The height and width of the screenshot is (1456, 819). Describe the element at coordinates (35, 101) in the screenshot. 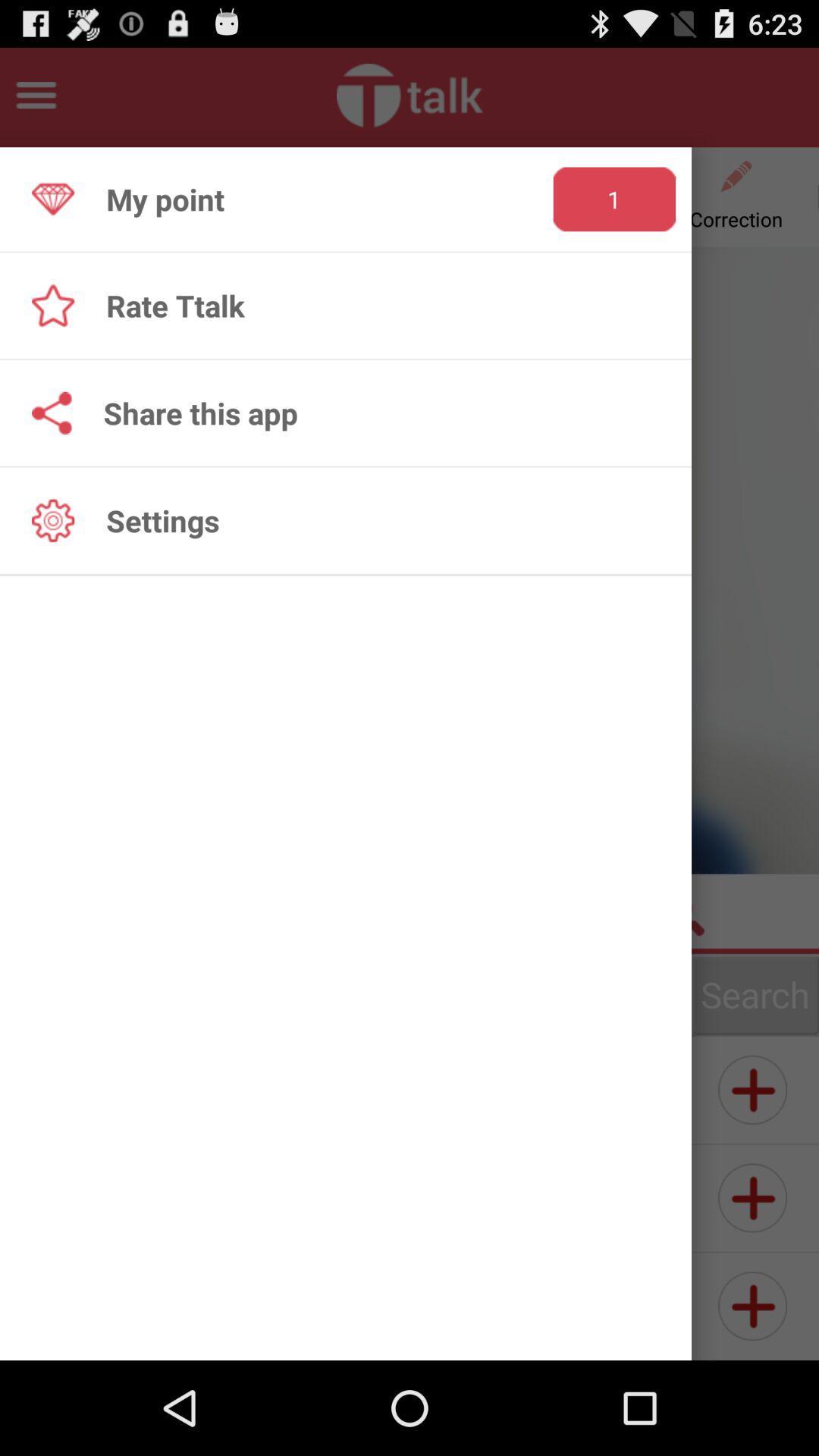

I see `the menu icon` at that location.